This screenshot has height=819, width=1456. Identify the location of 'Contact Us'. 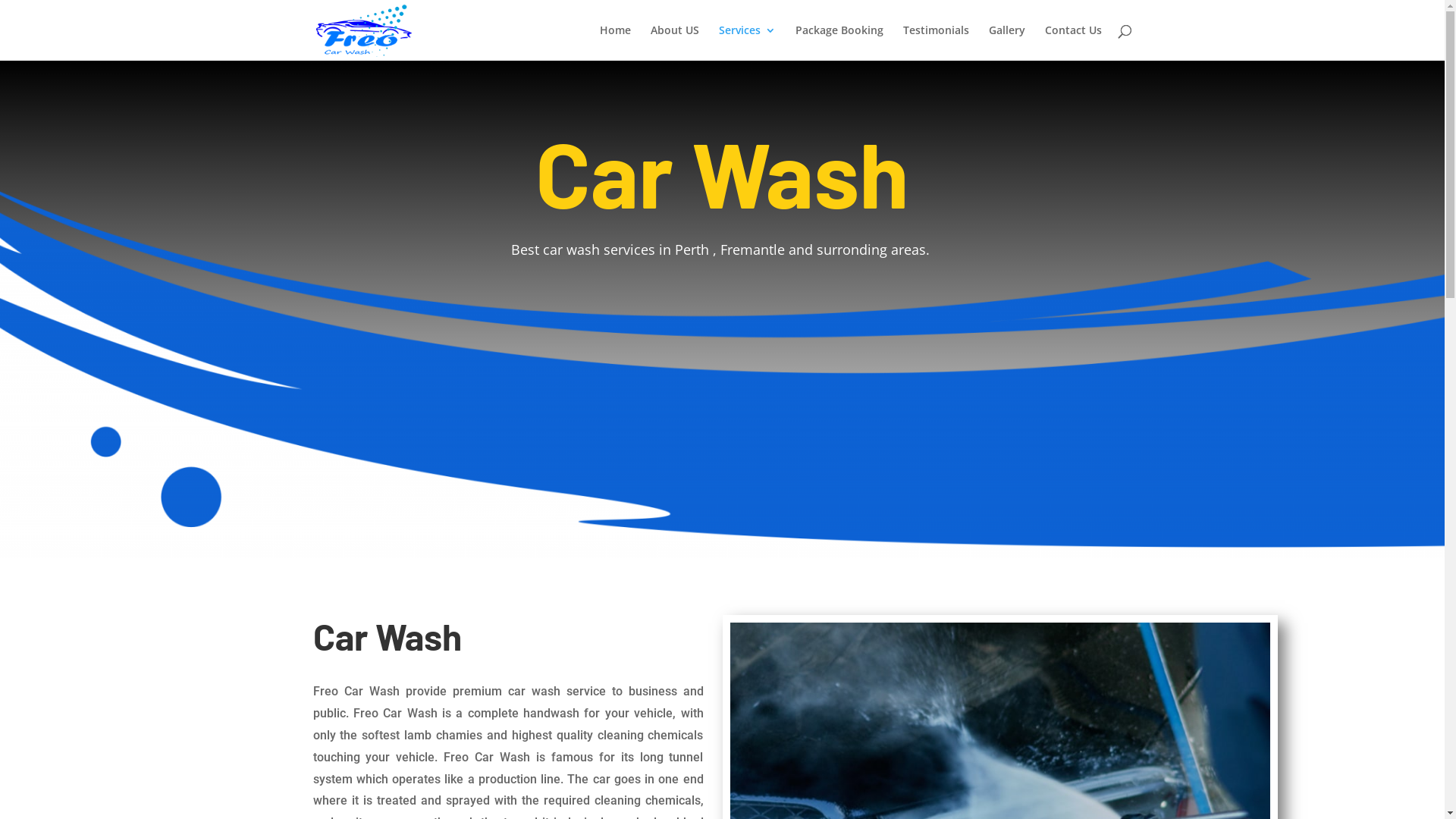
(1043, 42).